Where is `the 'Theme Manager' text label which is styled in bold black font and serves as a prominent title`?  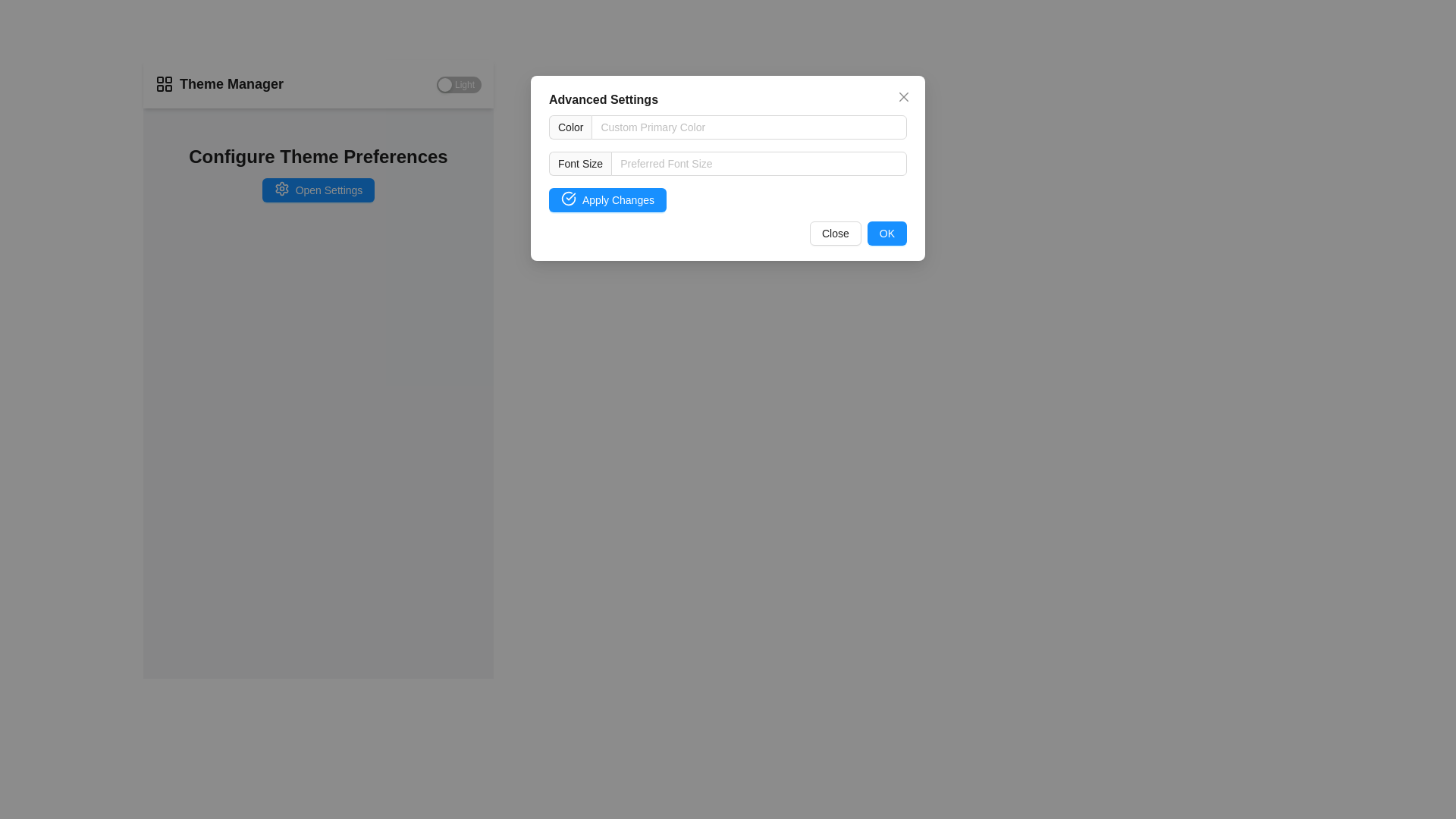 the 'Theme Manager' text label which is styled in bold black font and serves as a prominent title is located at coordinates (231, 84).